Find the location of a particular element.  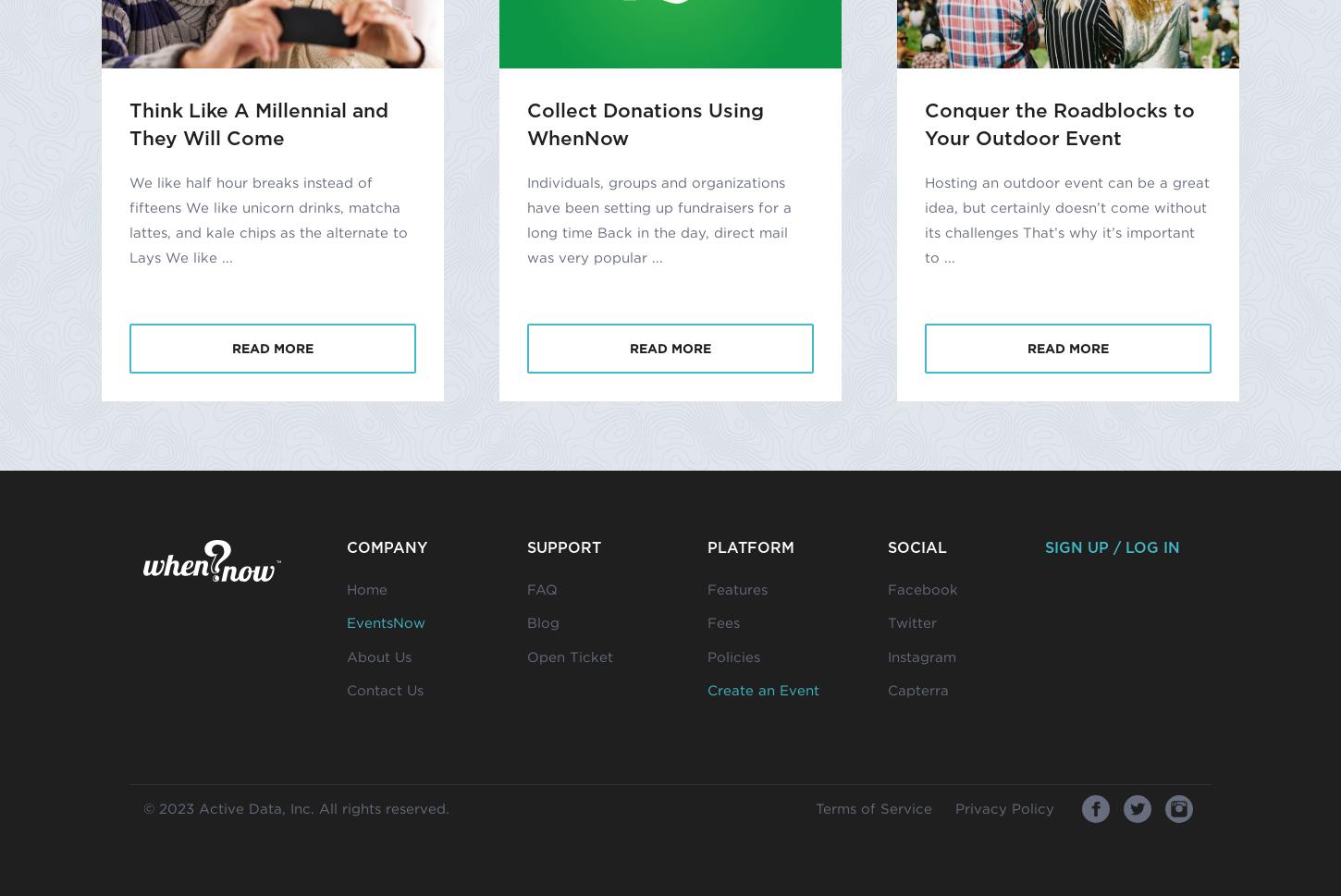

'Home' is located at coordinates (366, 587).